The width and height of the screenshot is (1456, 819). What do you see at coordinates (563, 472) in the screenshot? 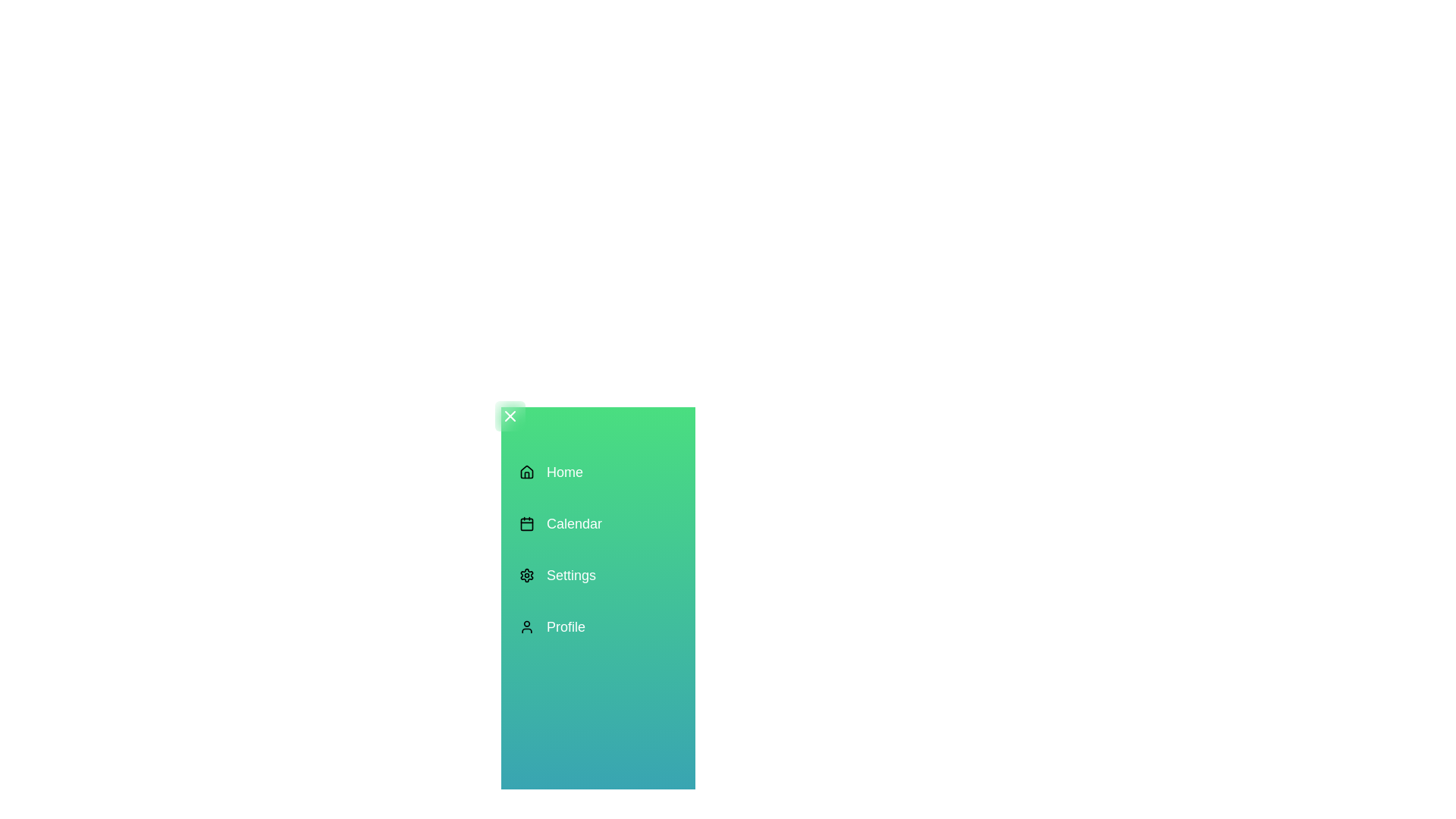
I see `the 'Home' text label in the vertical navigation menu, which is styled in white against a green background and located at the top of the menu` at bounding box center [563, 472].